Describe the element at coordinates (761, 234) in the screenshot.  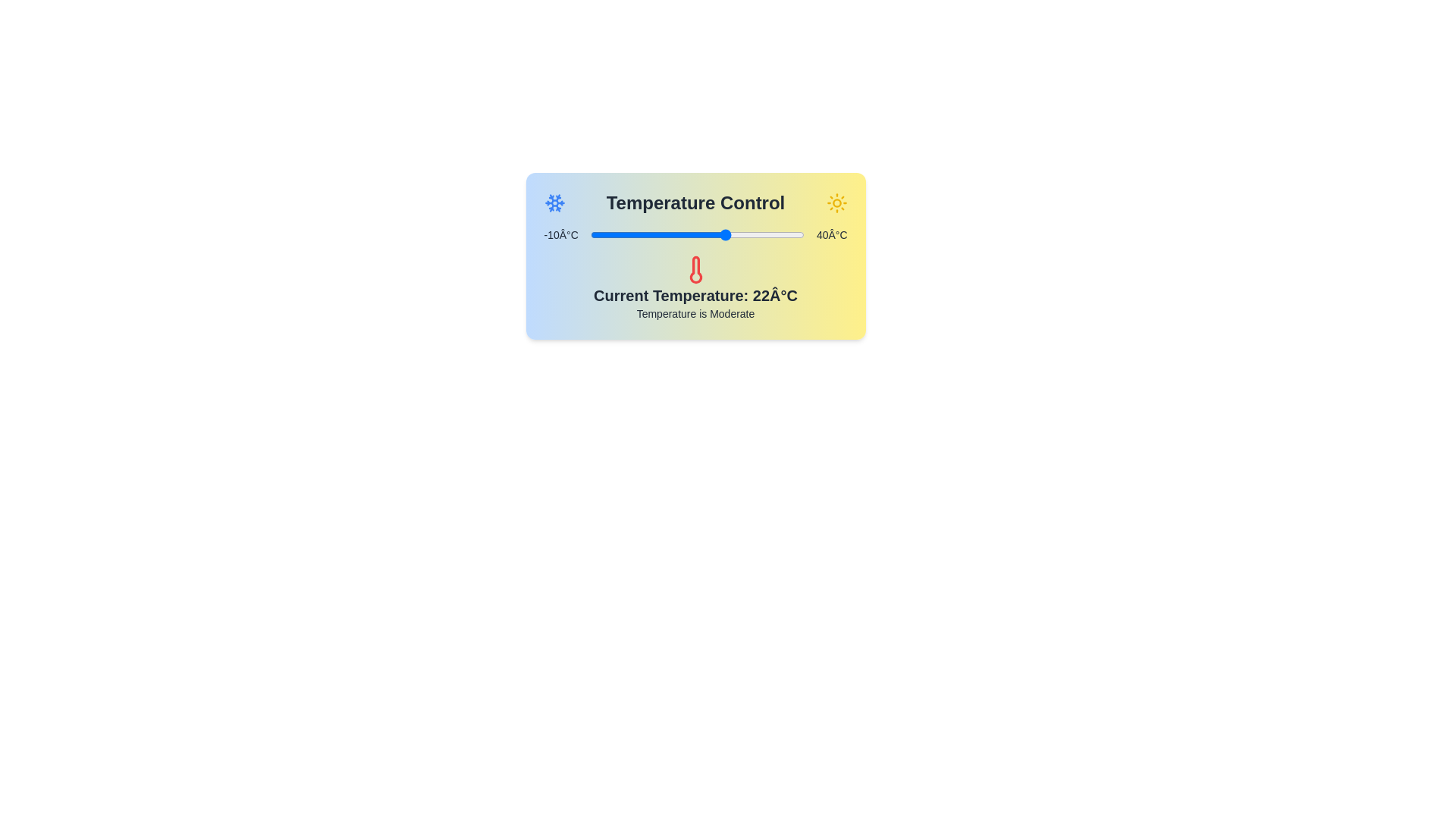
I see `the slider to set the temperature to 30°C` at that location.